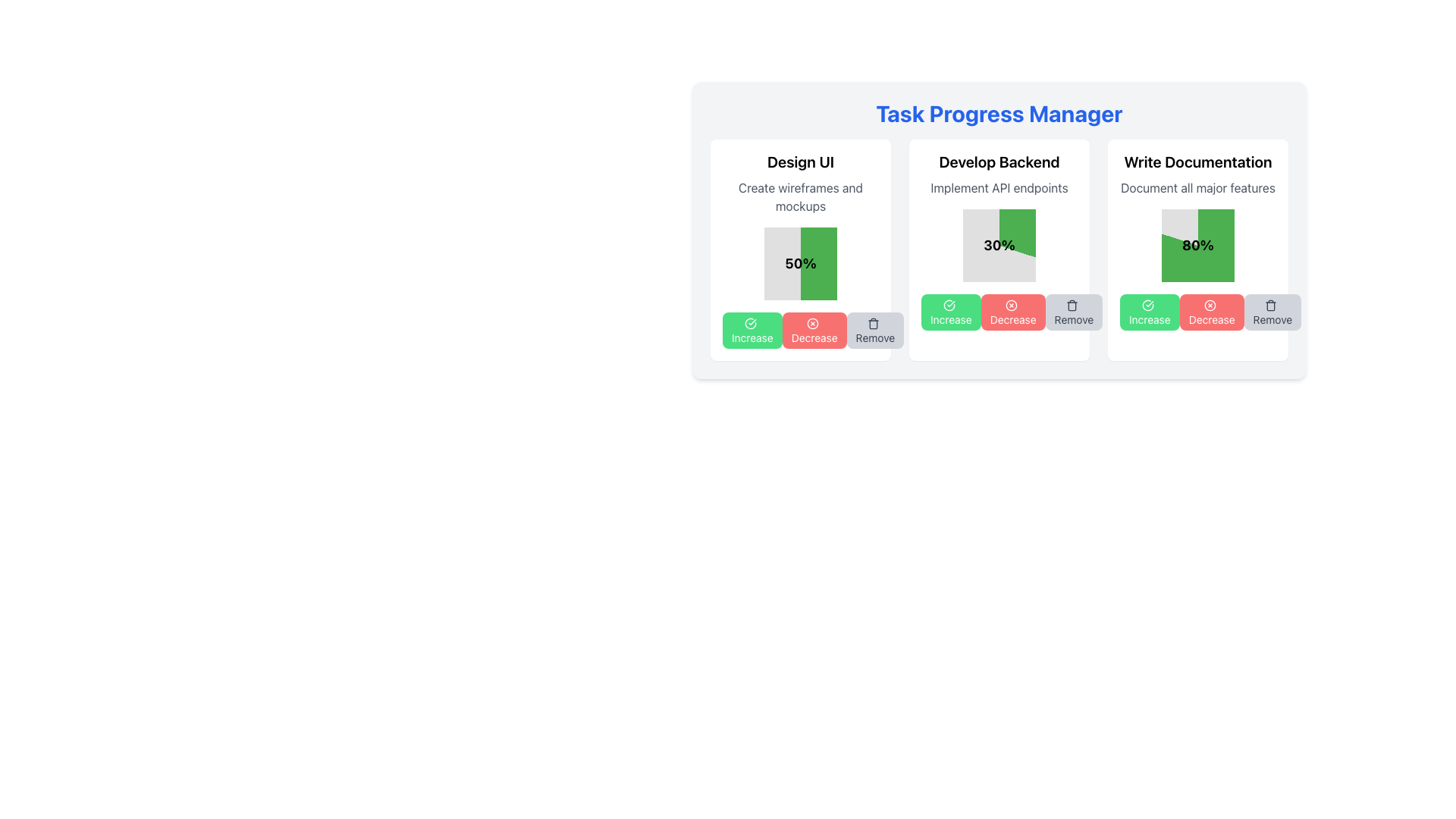 The image size is (1456, 819). Describe the element at coordinates (800, 249) in the screenshot. I see `the circular progress chart in the 'Design UI' card` at that location.